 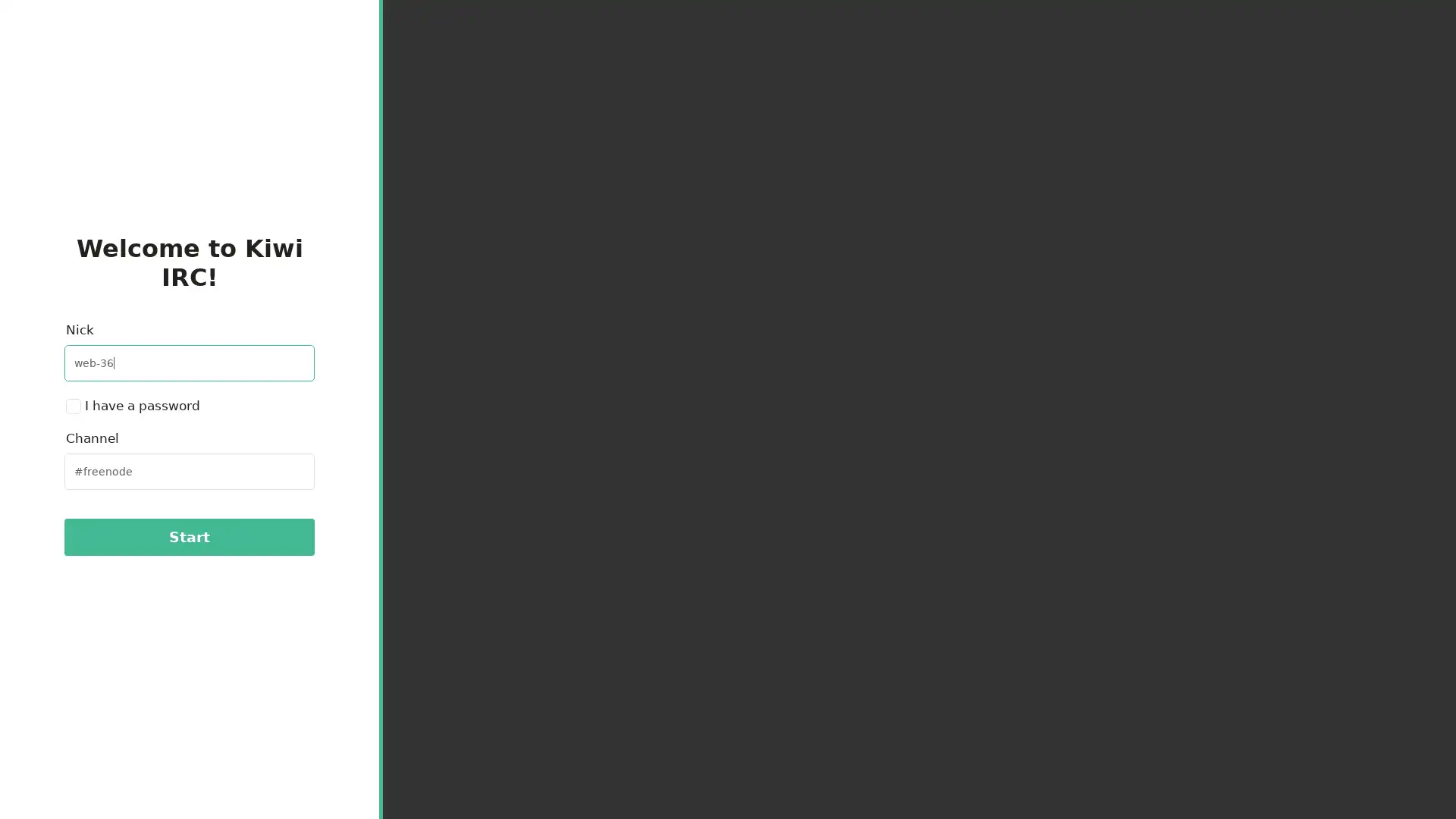 I want to click on Start, so click(x=188, y=536).